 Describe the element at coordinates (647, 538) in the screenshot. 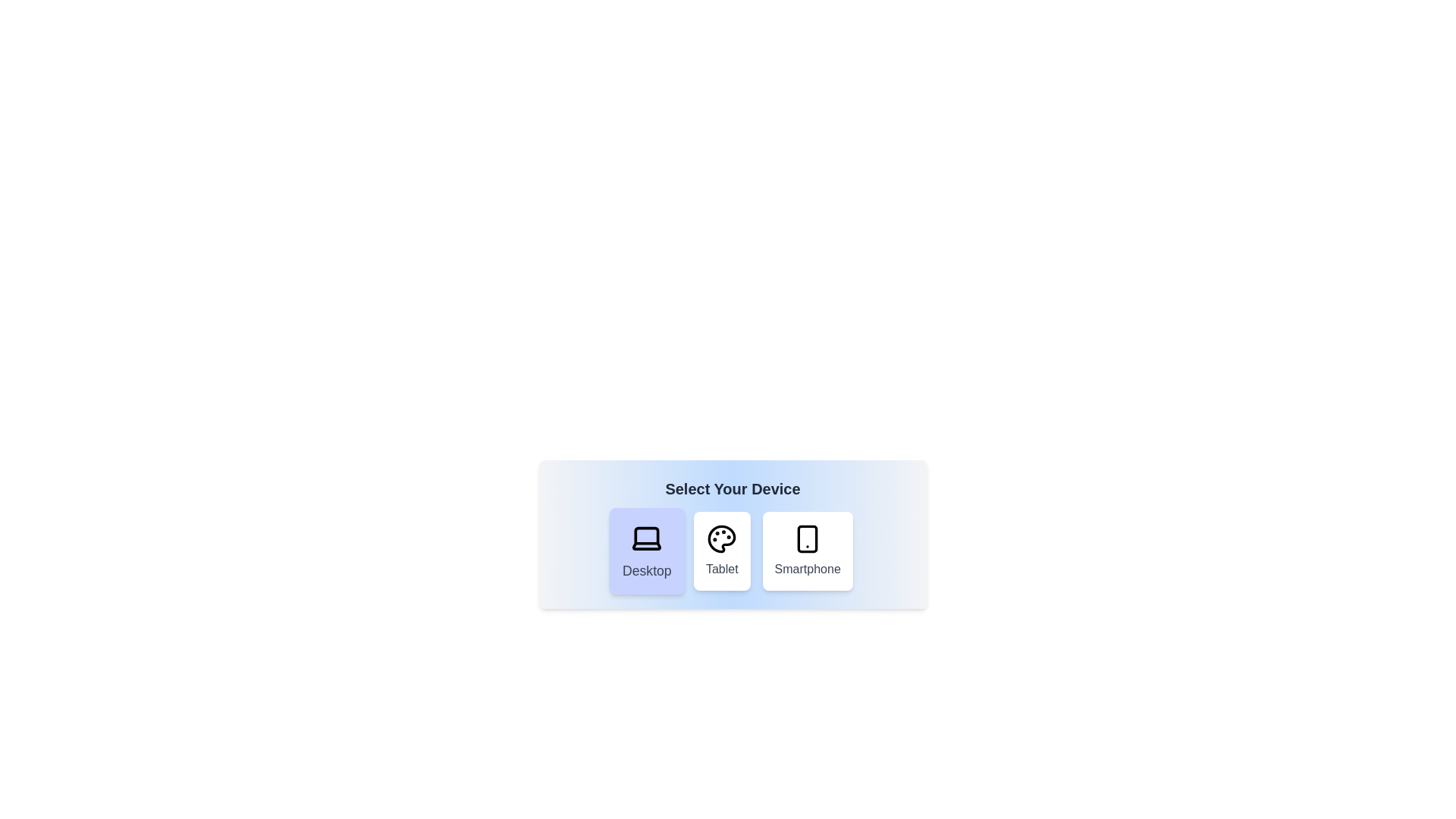

I see `the SVG laptop icon within the 'Desktop' button located under the 'Select Your Device' heading` at that location.